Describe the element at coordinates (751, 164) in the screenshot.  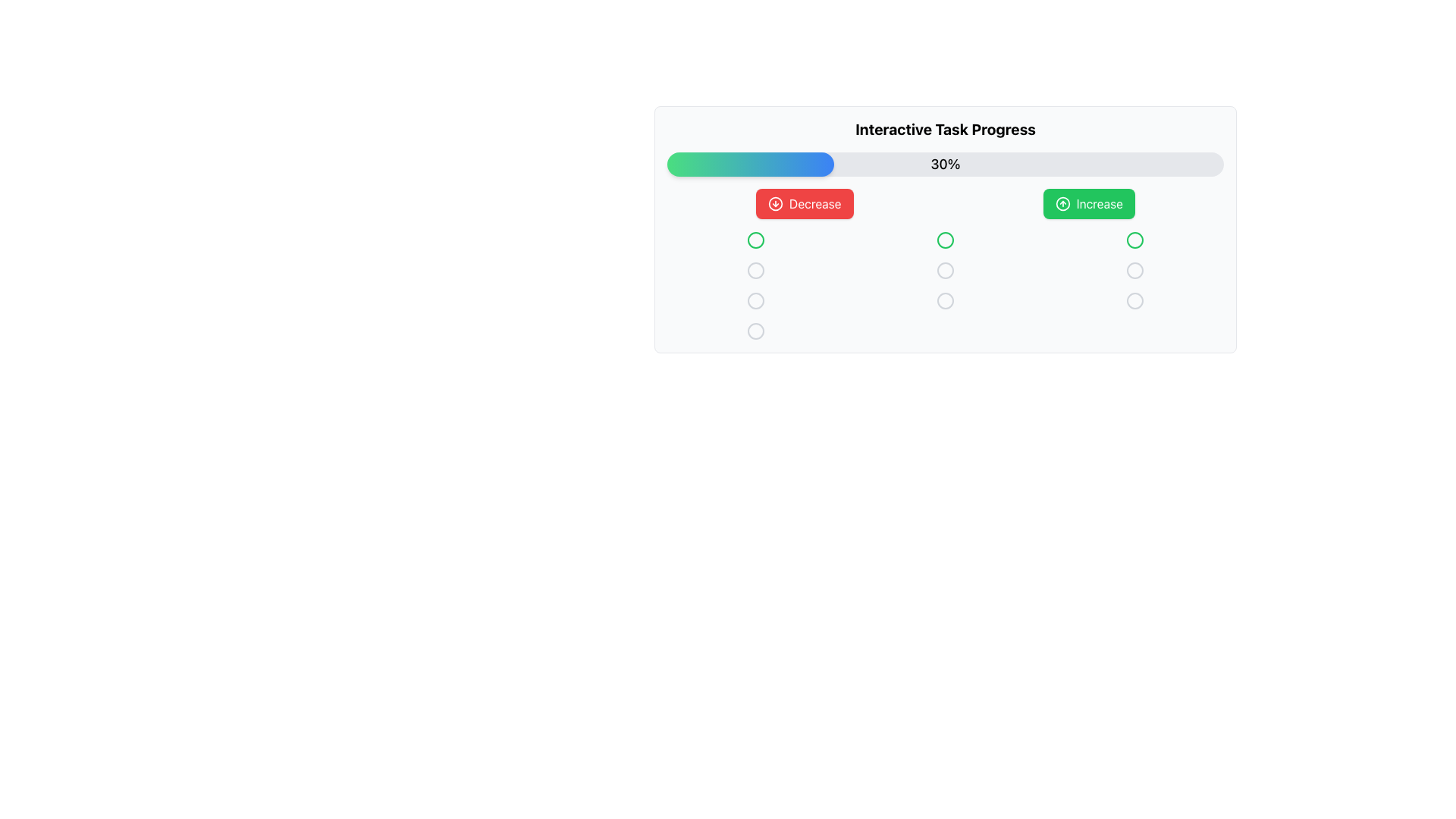
I see `the gradient-filled progress bar portion that transitions from green to blue, representing 30% of the progress` at that location.